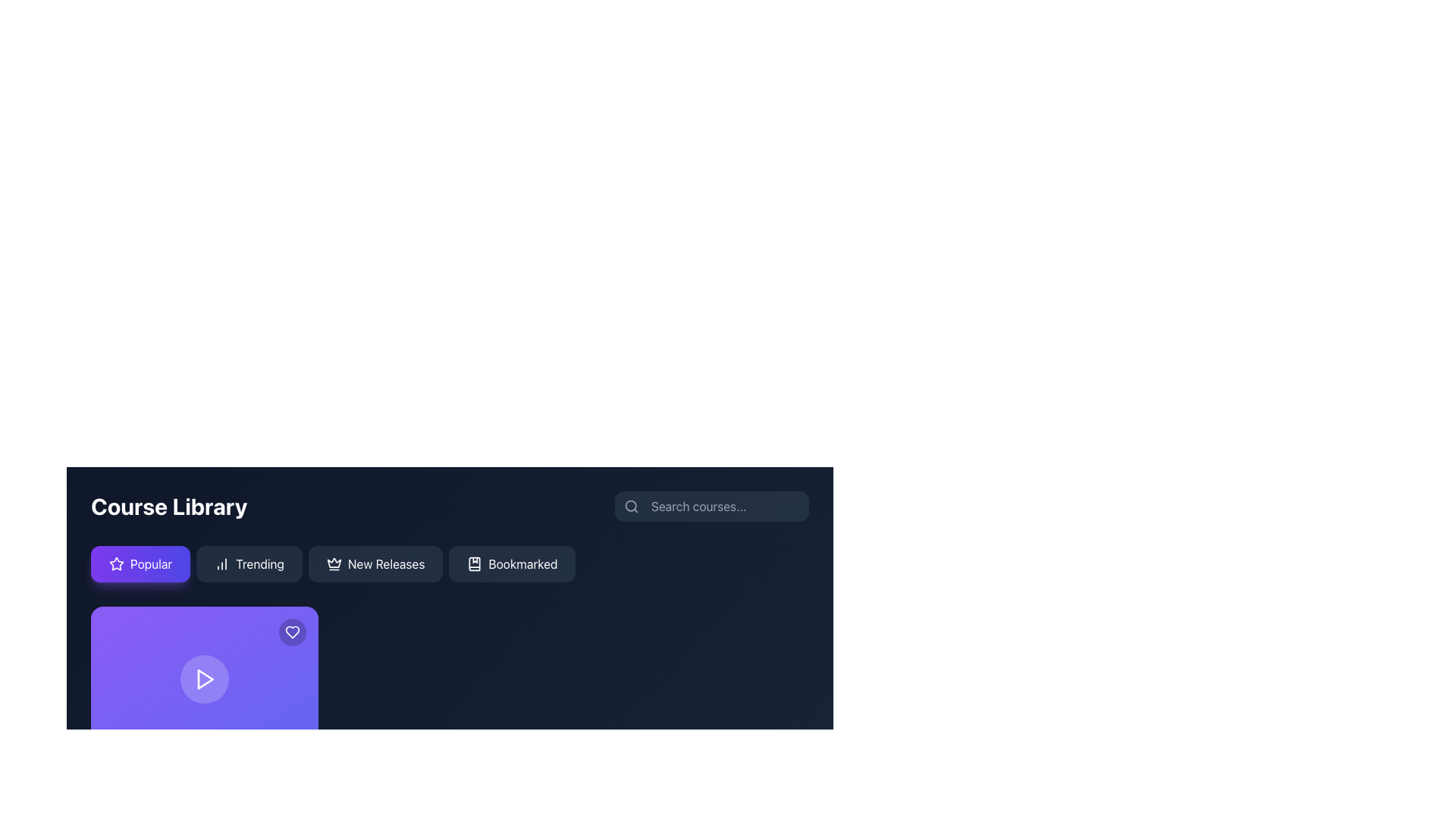 This screenshot has height=819, width=1456. What do you see at coordinates (292, 632) in the screenshot?
I see `the heart icon located in the upper-right corner of the purple card` at bounding box center [292, 632].